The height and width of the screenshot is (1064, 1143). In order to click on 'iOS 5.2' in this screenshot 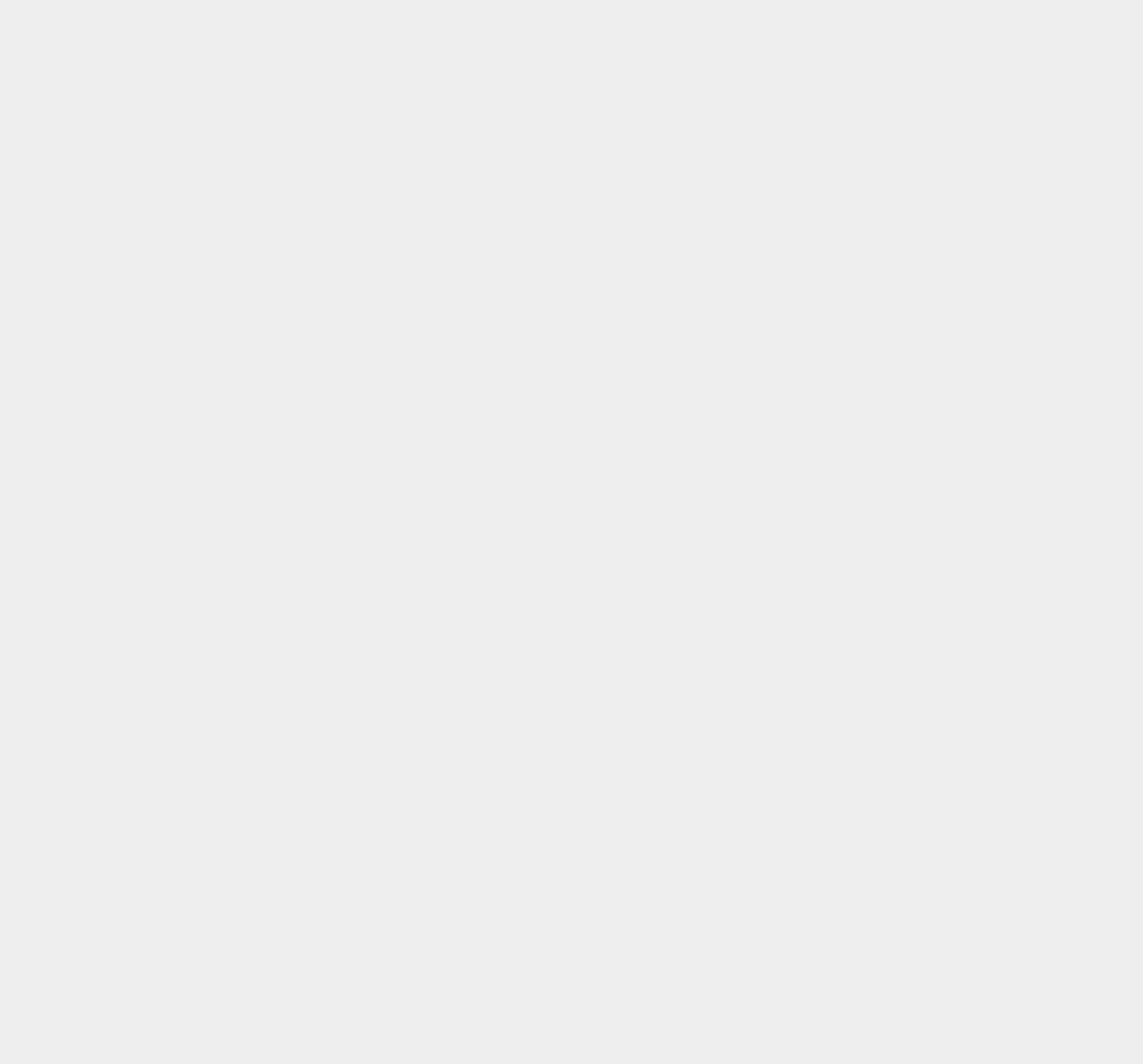, I will do `click(829, 363)`.